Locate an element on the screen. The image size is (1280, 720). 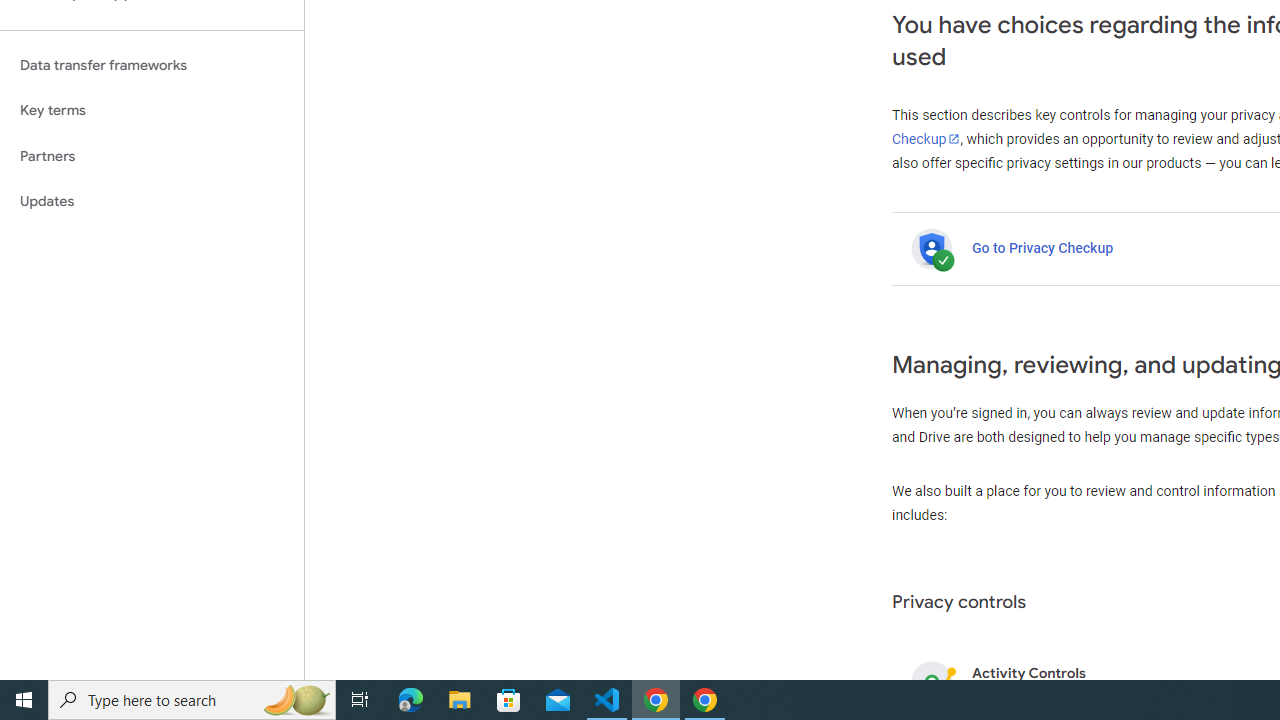
'Go to Privacy Checkup' is located at coordinates (1041, 247).